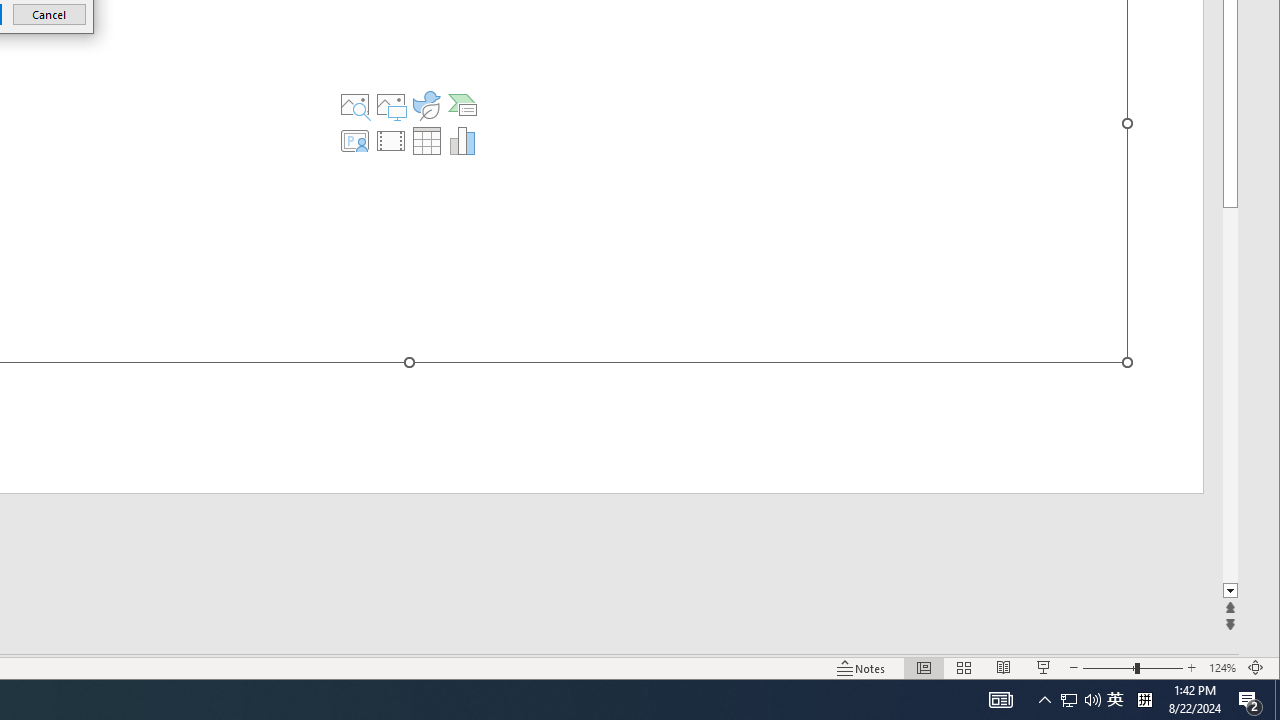 The height and width of the screenshot is (720, 1280). Describe the element at coordinates (355, 105) in the screenshot. I see `'Stock Images'` at that location.